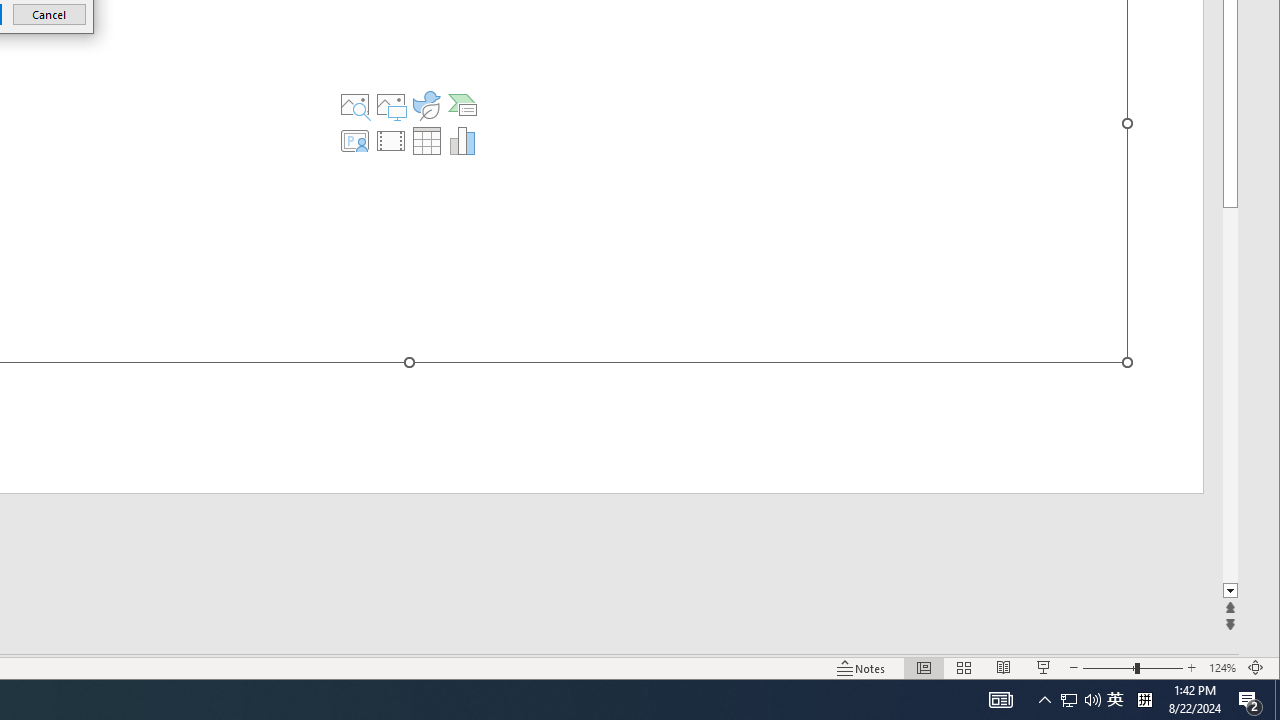 The height and width of the screenshot is (720, 1280). Describe the element at coordinates (355, 105) in the screenshot. I see `'Stock Images'` at that location.